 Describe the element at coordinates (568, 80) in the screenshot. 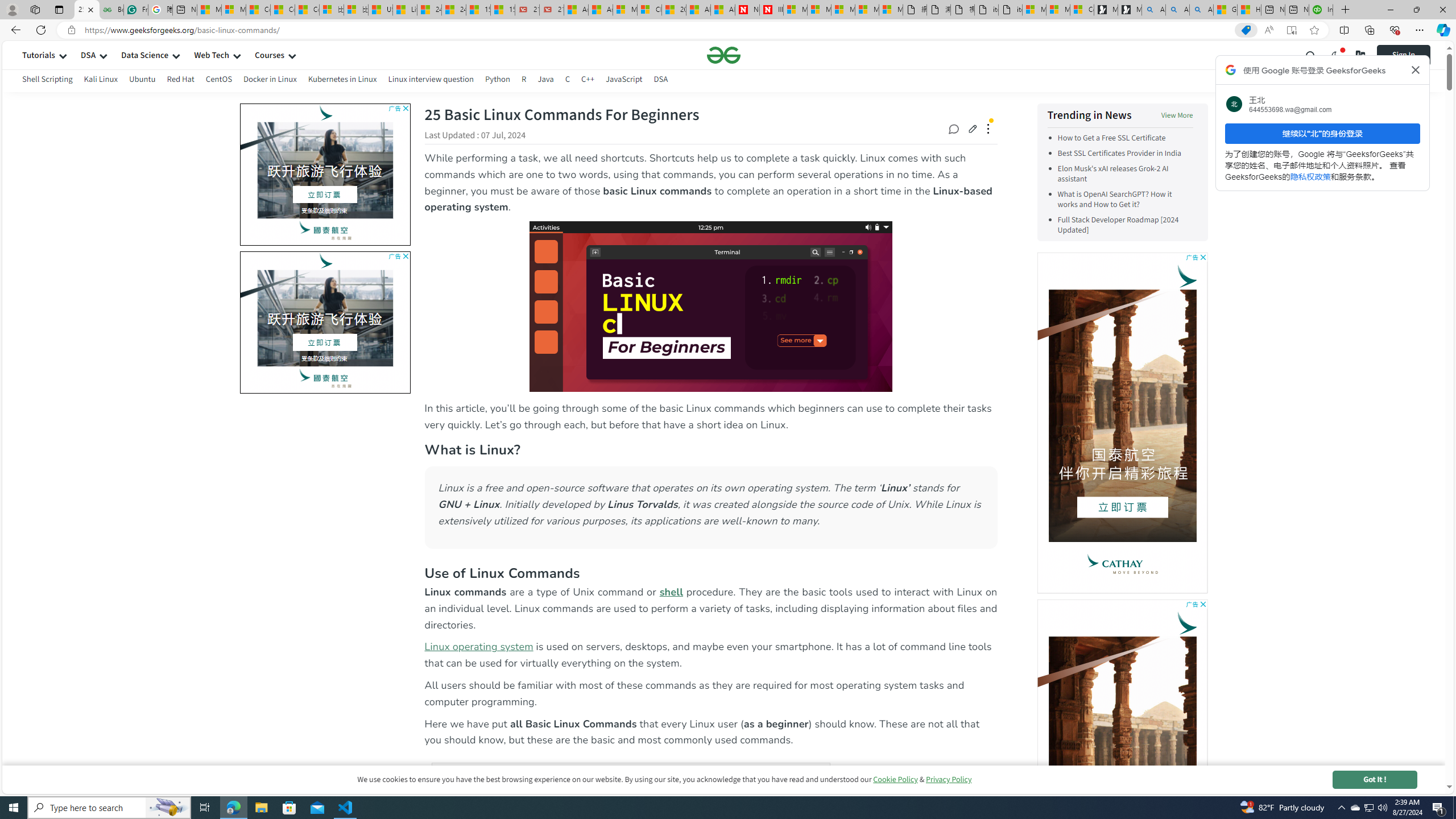

I see `'C'` at that location.